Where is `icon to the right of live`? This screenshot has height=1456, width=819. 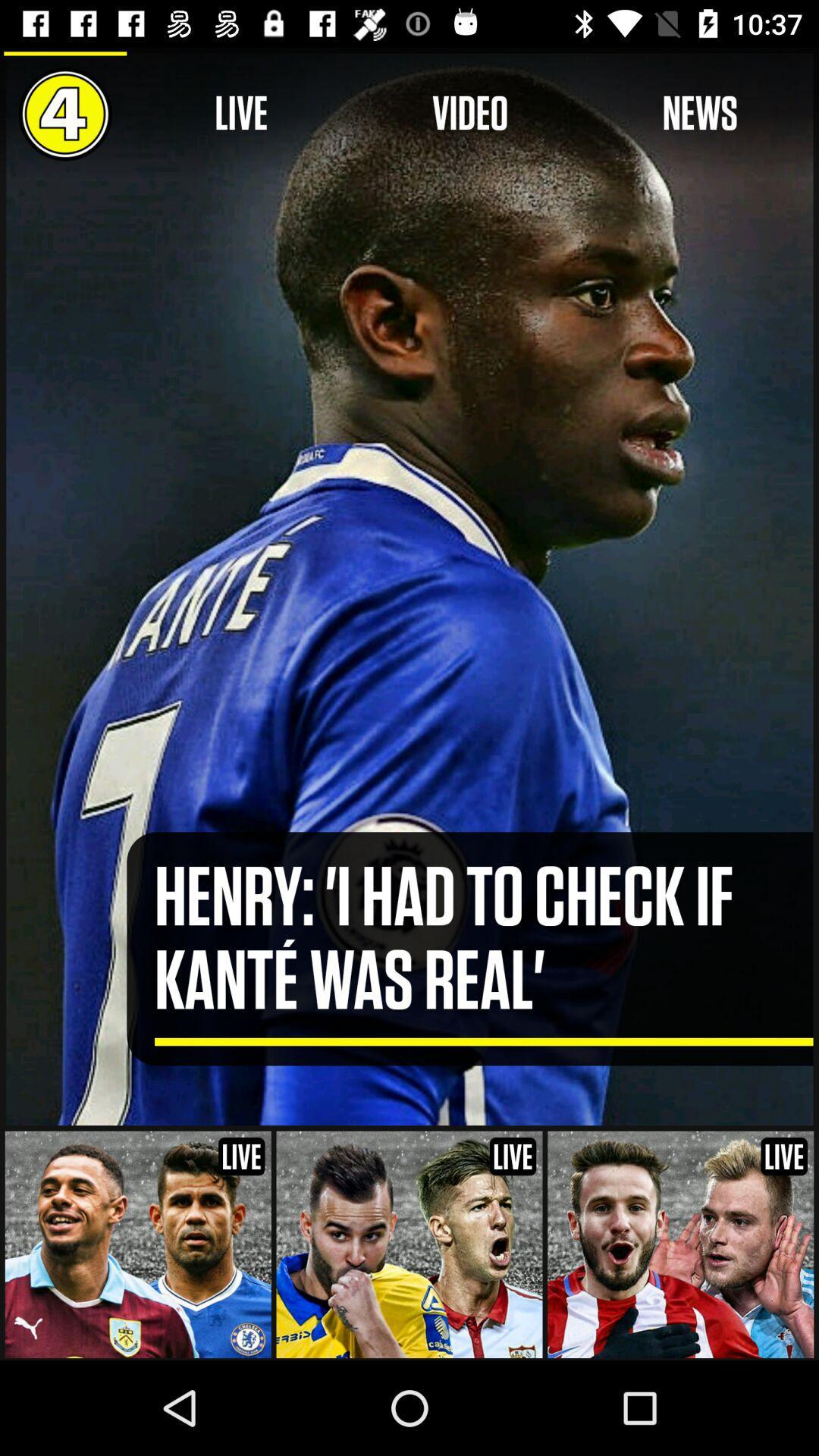
icon to the right of live is located at coordinates (469, 113).